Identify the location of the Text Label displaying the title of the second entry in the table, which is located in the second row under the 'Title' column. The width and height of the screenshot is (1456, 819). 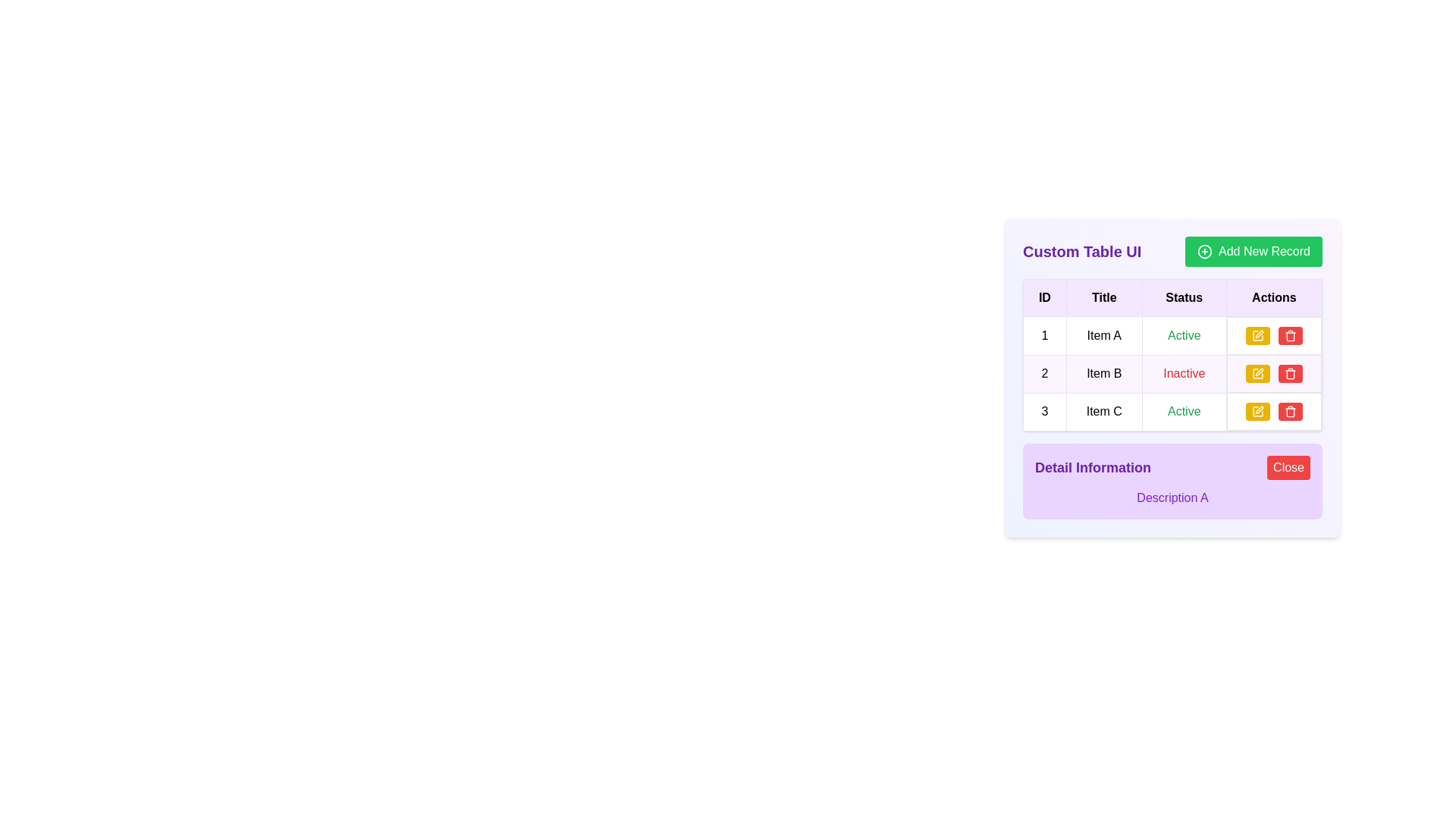
(1104, 374).